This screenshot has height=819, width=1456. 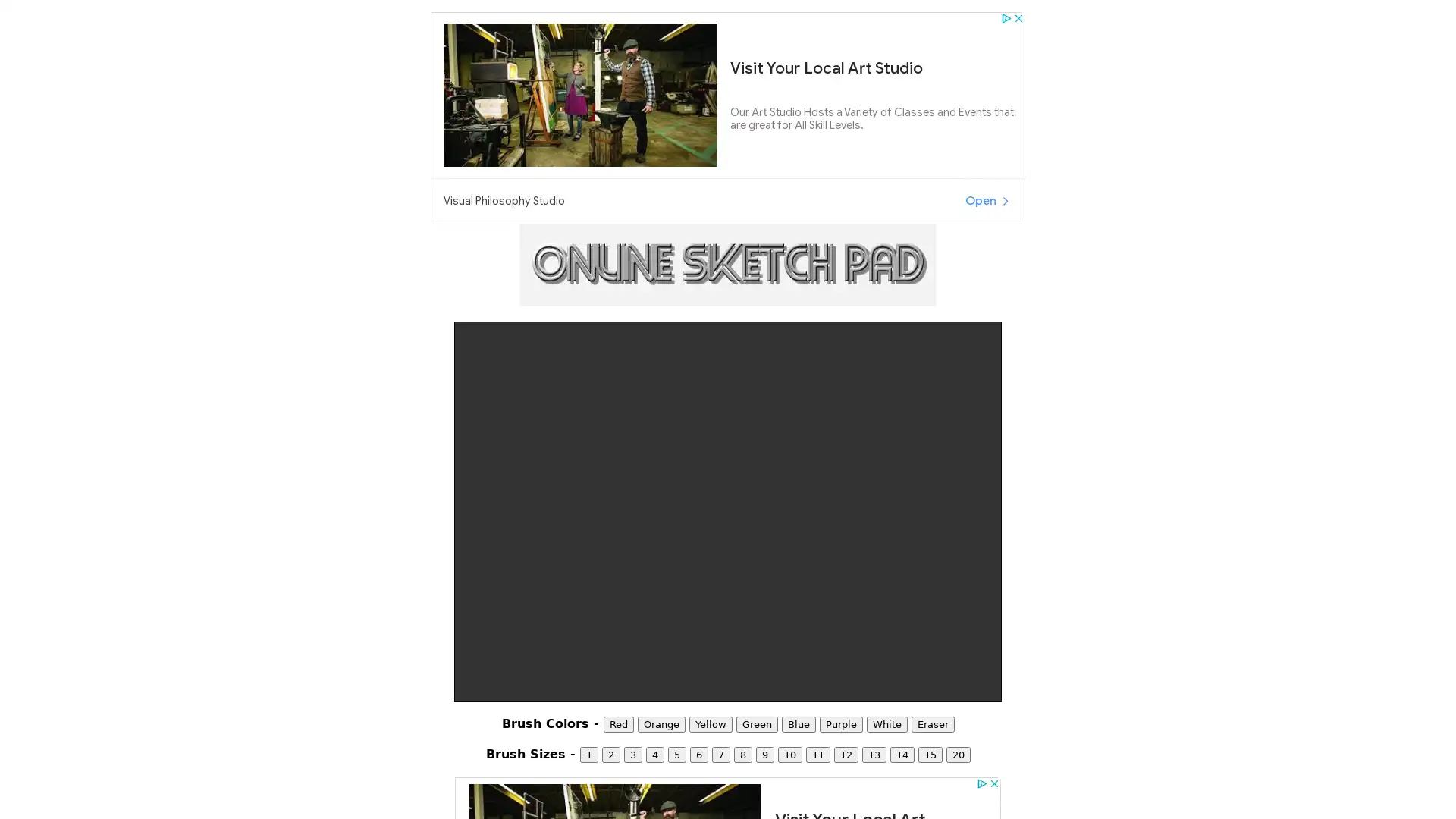 I want to click on 13, so click(x=874, y=755).